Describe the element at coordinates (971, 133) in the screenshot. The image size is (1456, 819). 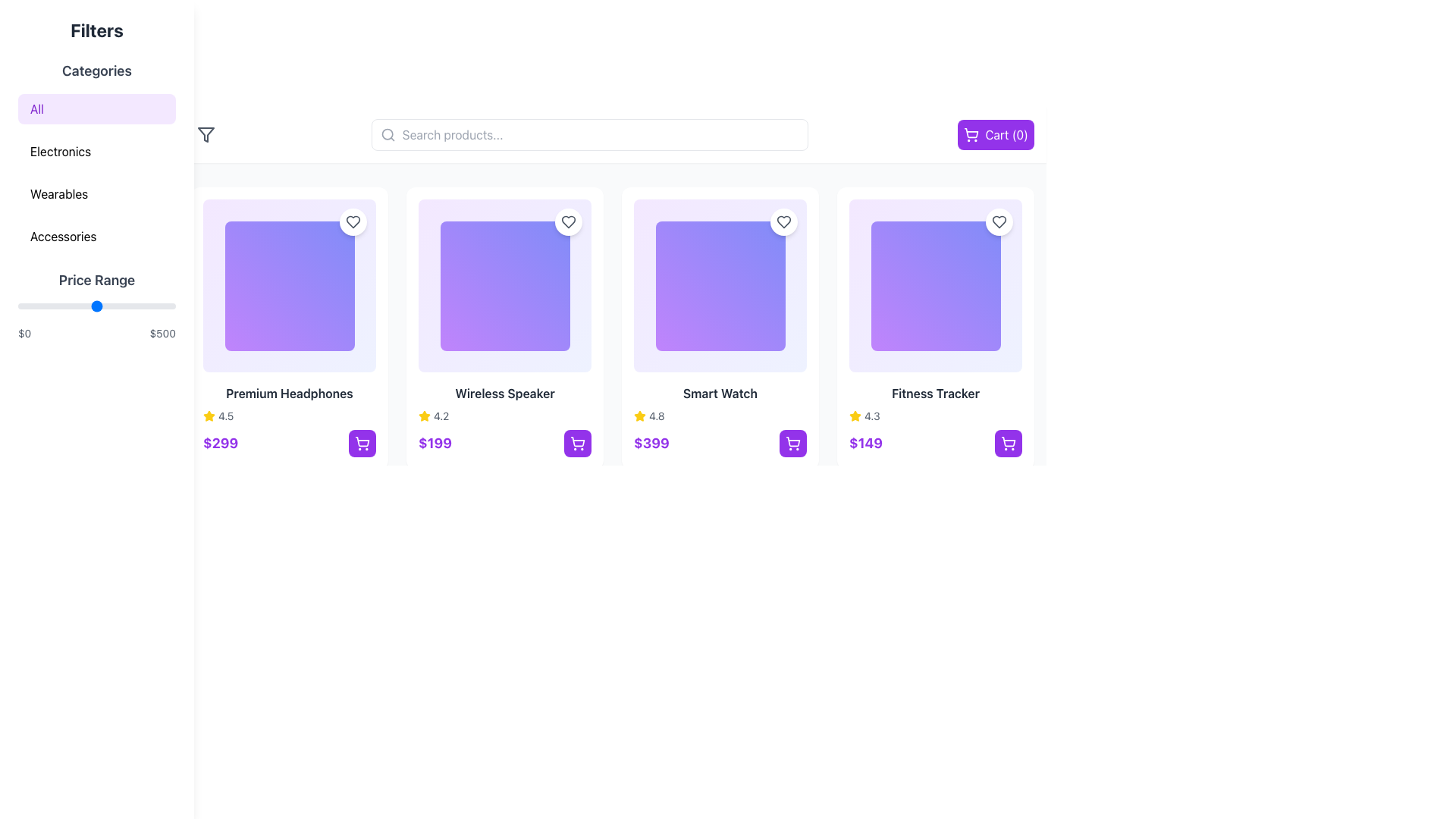
I see `the shopping cart icon` at that location.